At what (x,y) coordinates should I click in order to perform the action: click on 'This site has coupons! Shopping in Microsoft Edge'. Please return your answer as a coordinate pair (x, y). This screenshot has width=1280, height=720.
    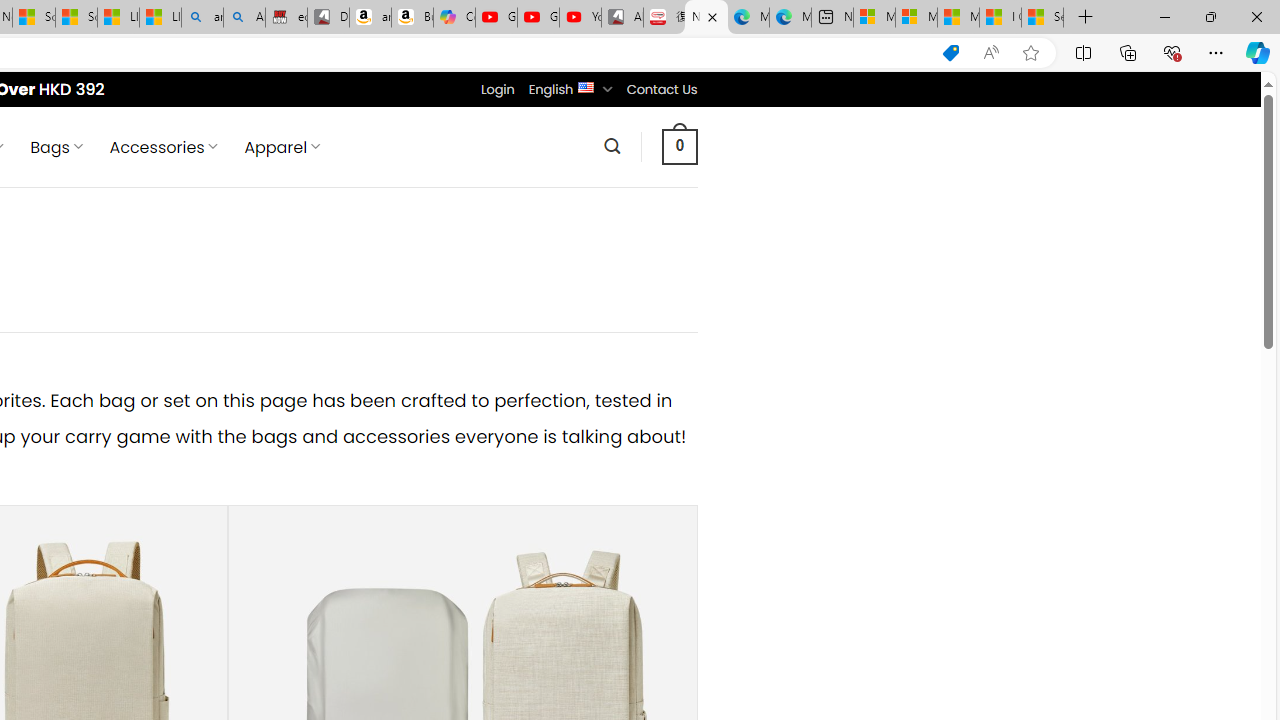
    Looking at the image, I should click on (950, 52).